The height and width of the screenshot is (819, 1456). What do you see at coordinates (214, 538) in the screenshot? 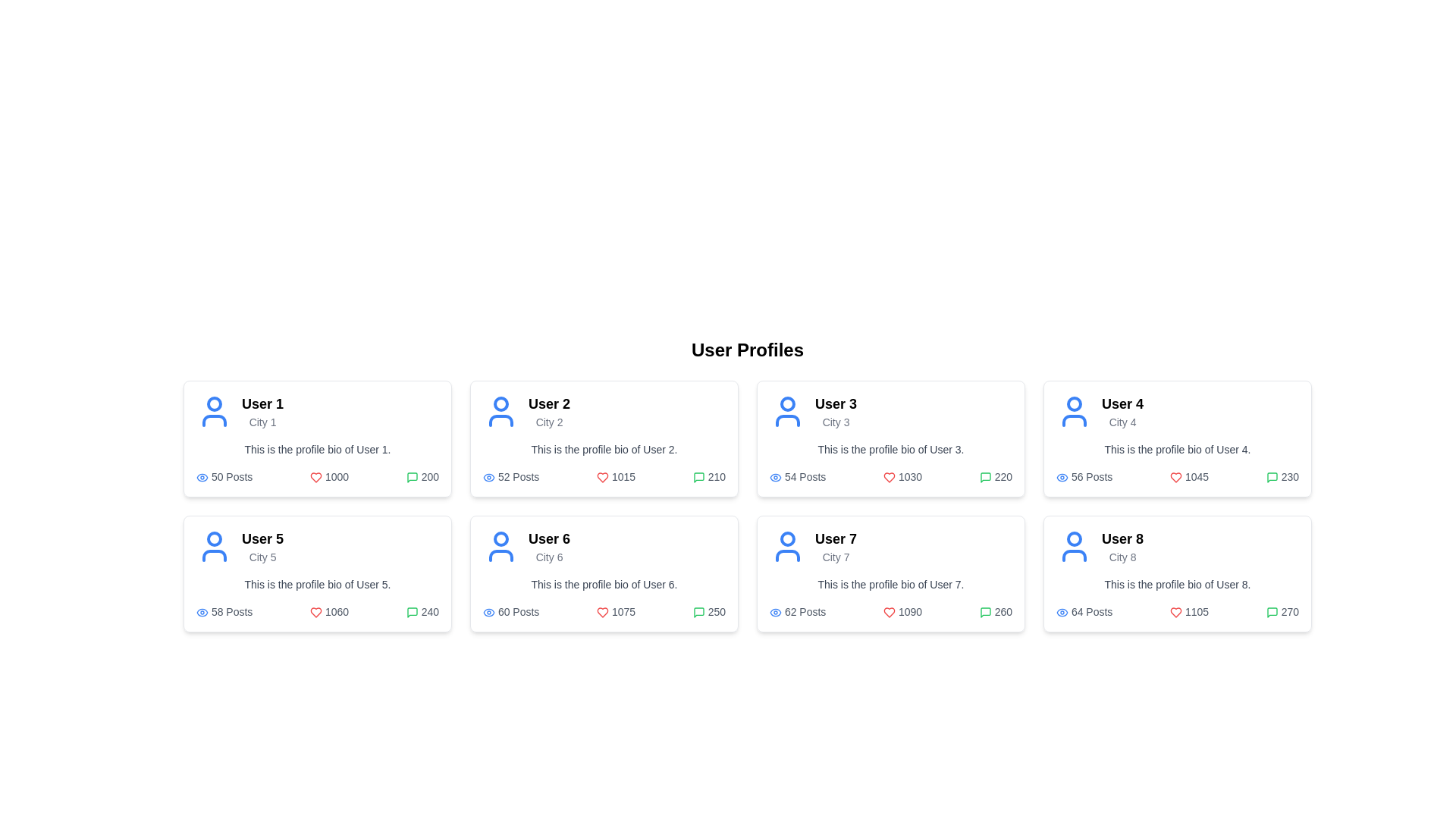
I see `the blue circular head icon of the user illustration for 'User 5' located in the second row, first column of the profile card` at bounding box center [214, 538].